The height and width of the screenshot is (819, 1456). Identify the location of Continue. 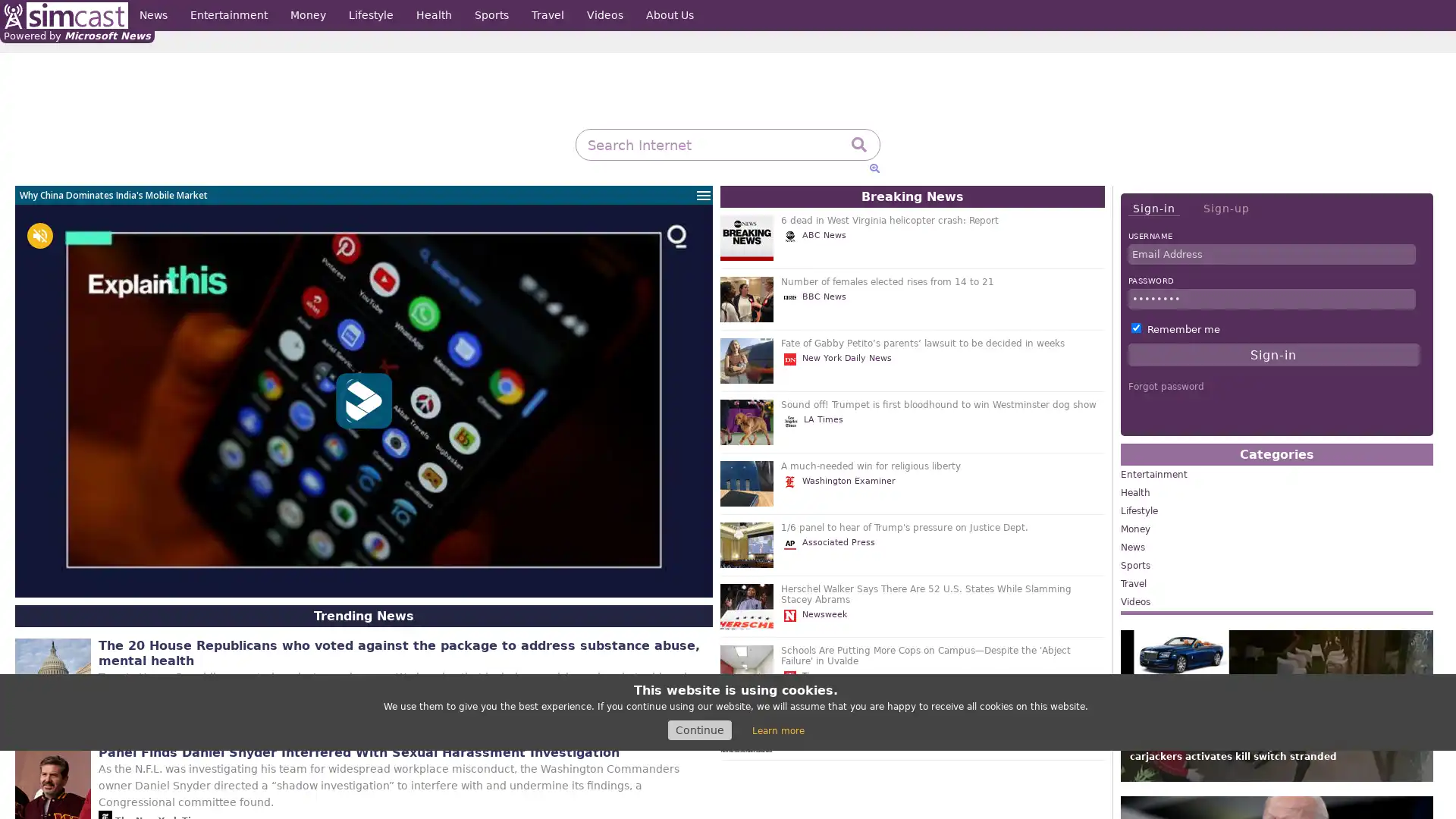
(698, 730).